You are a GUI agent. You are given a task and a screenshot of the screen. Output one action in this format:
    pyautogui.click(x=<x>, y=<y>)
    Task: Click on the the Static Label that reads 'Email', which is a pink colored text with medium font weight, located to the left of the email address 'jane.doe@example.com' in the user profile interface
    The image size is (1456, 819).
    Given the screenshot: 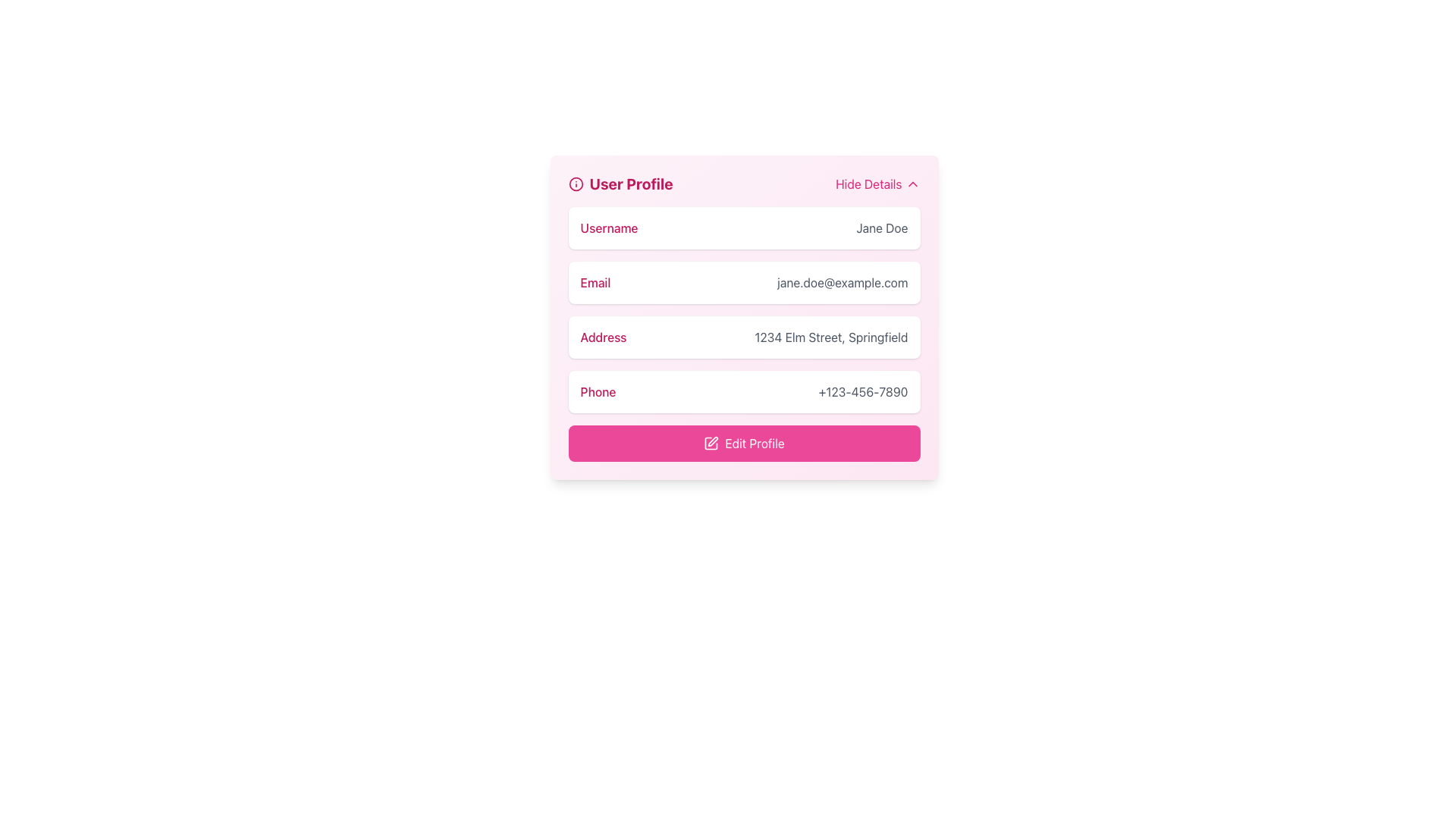 What is the action you would take?
    pyautogui.click(x=595, y=283)
    